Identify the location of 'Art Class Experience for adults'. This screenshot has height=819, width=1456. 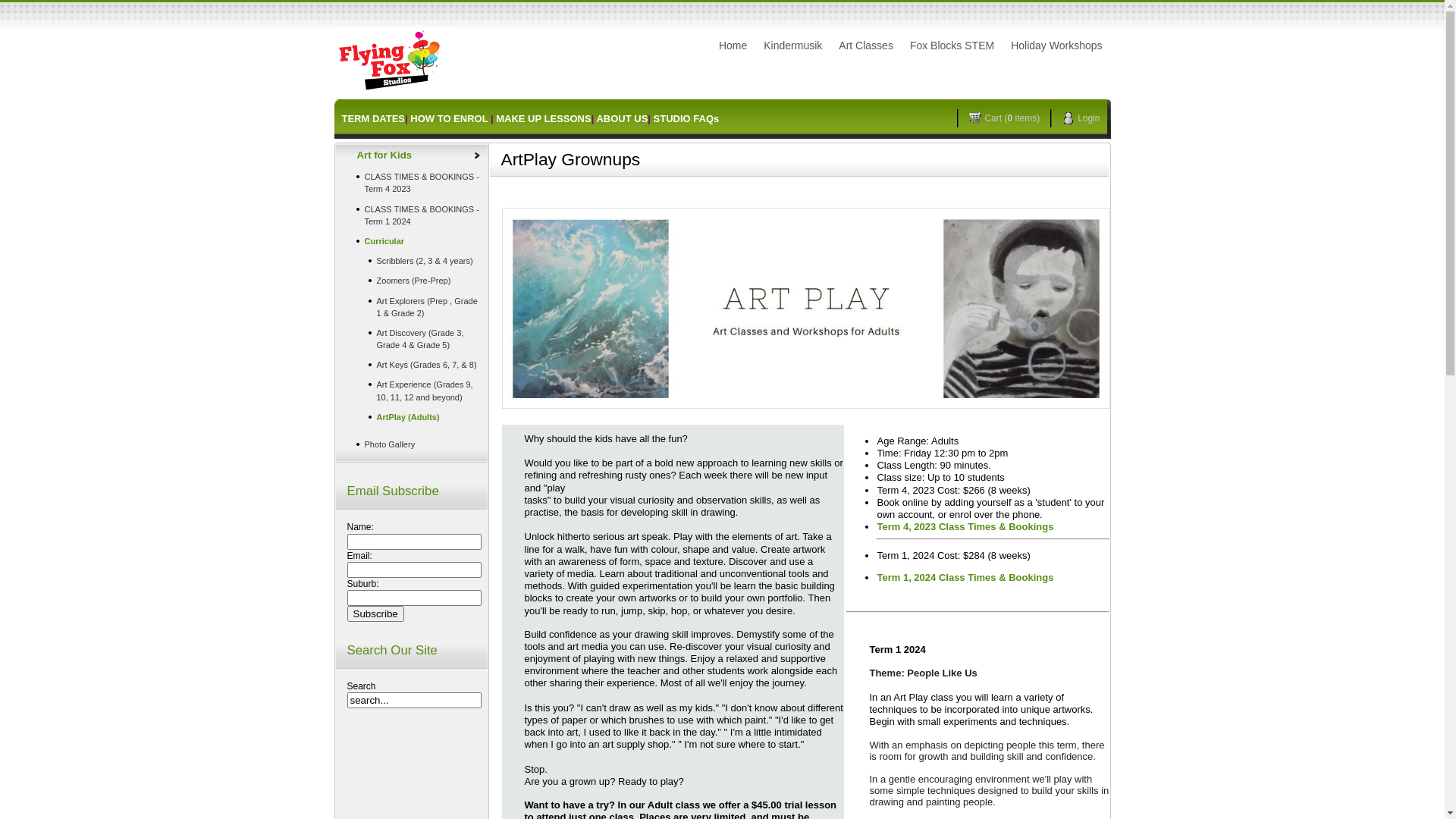
(804, 307).